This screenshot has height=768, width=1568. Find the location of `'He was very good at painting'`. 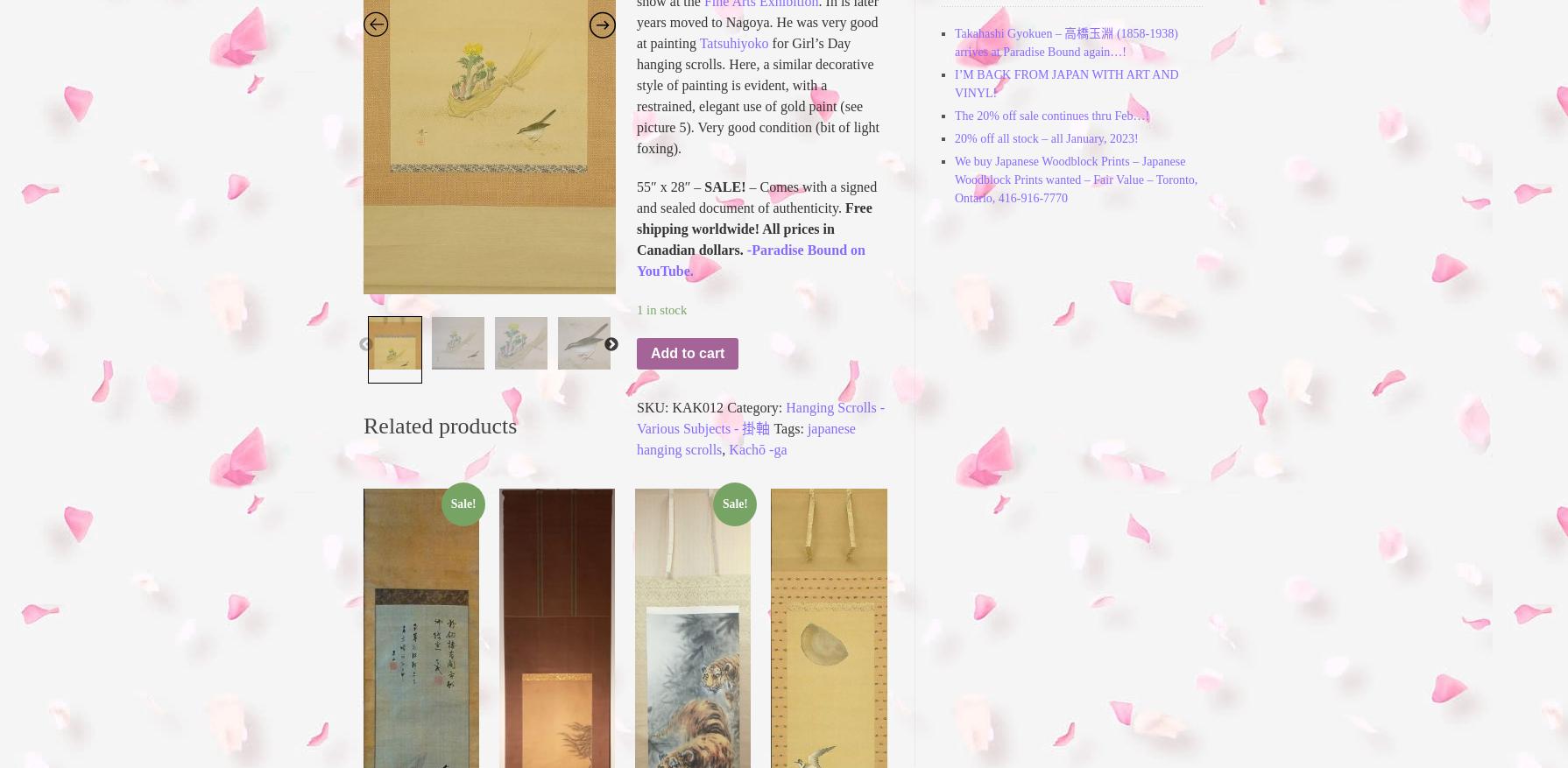

'He was very good at painting' is located at coordinates (756, 32).